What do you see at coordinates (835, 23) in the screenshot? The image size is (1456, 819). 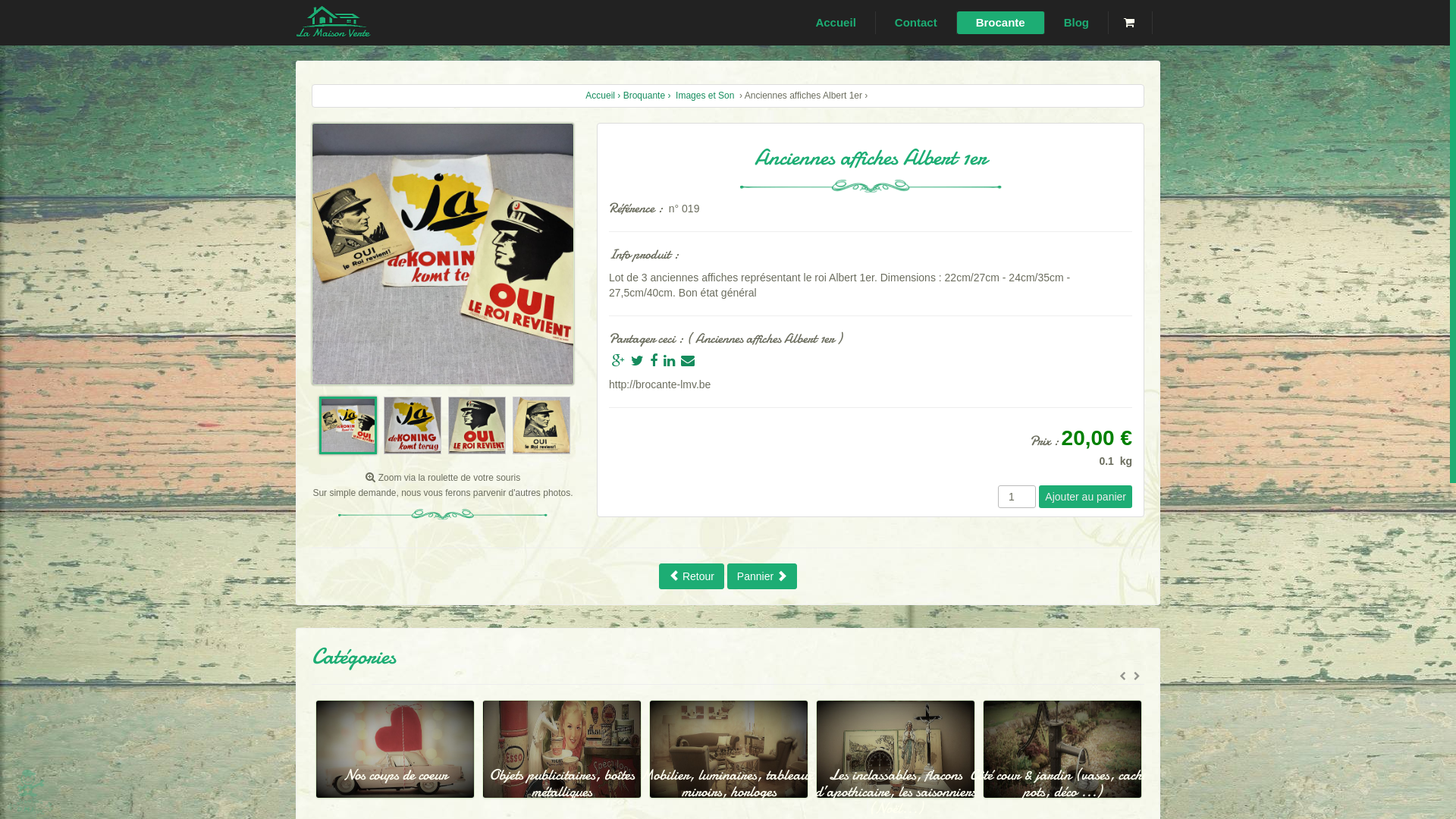 I see `'Accueil'` at bounding box center [835, 23].